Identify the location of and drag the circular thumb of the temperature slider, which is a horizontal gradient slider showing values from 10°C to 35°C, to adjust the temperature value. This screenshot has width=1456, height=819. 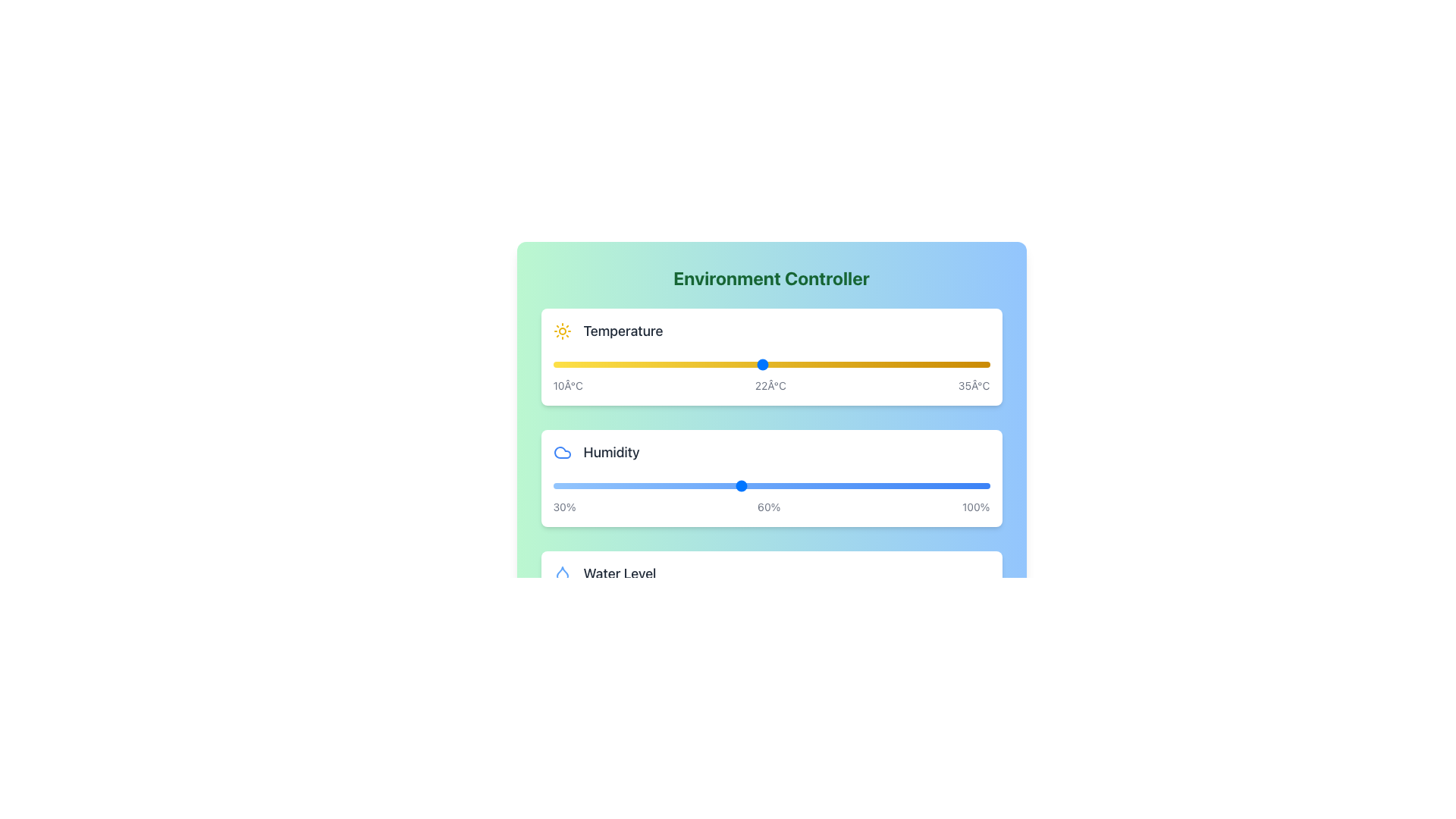
(771, 365).